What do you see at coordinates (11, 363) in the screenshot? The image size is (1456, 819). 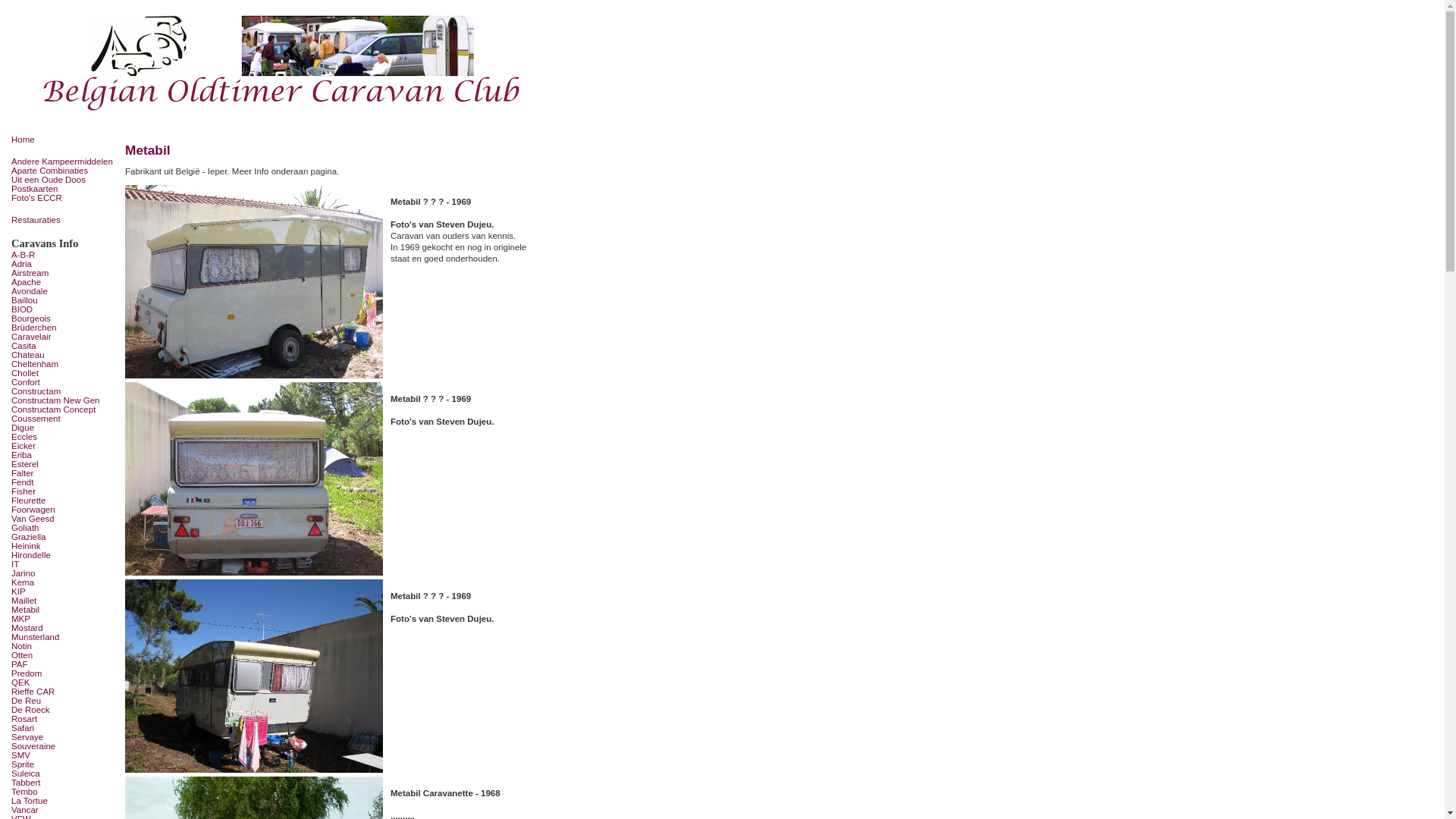 I see `'Cheltenham'` at bounding box center [11, 363].